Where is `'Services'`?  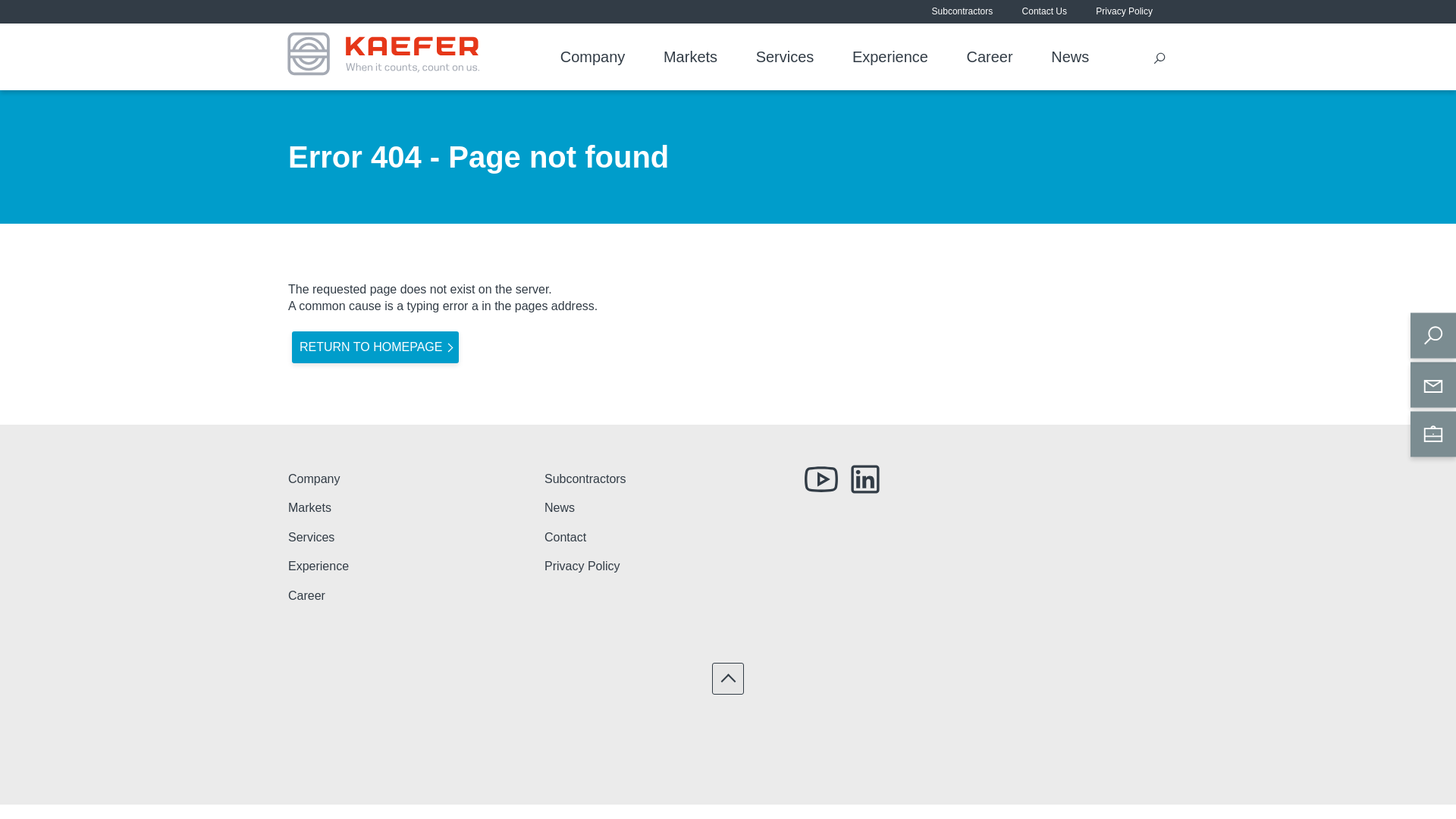
'Services' is located at coordinates (287, 537).